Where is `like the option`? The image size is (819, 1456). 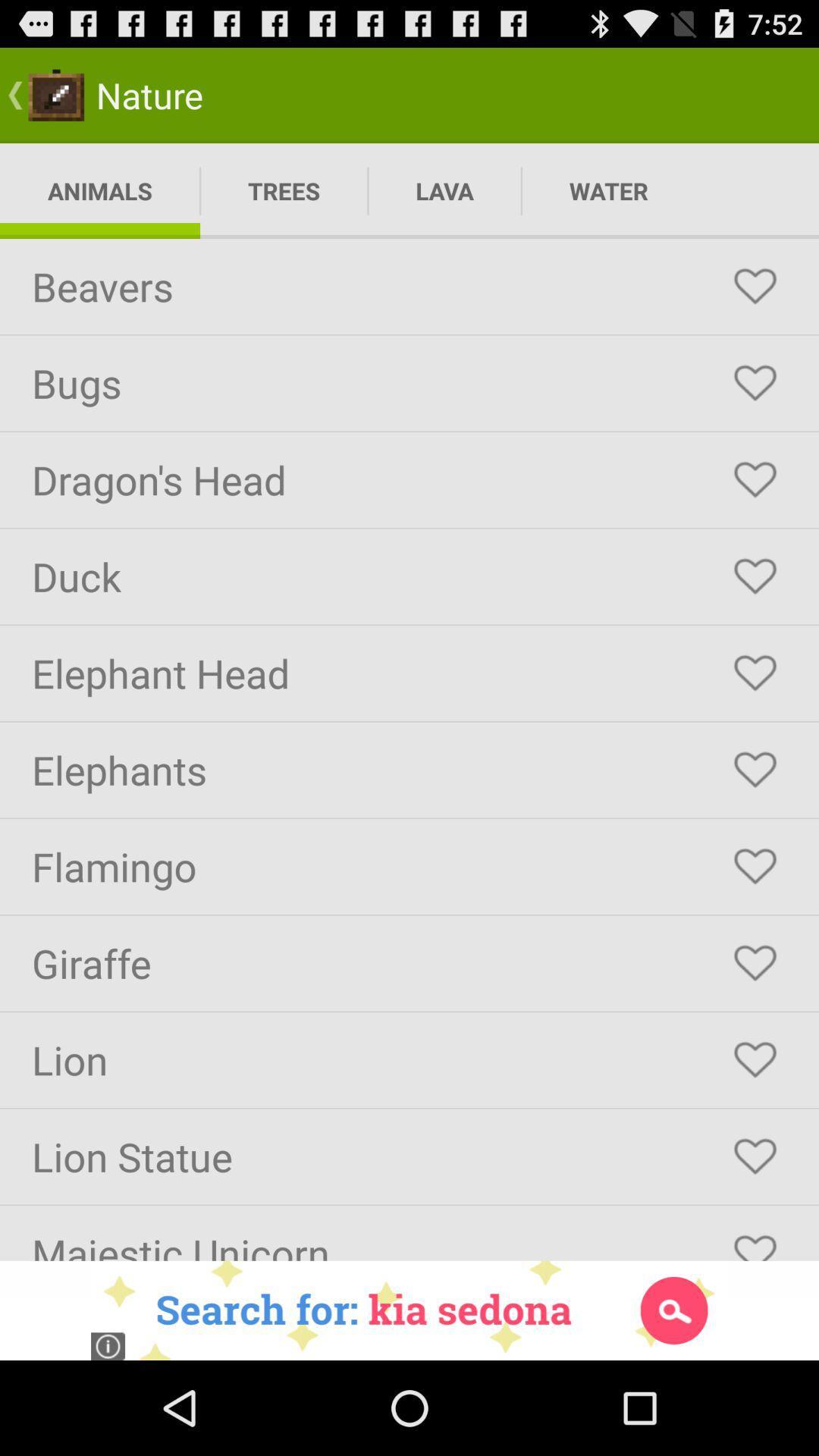
like the option is located at coordinates (755, 673).